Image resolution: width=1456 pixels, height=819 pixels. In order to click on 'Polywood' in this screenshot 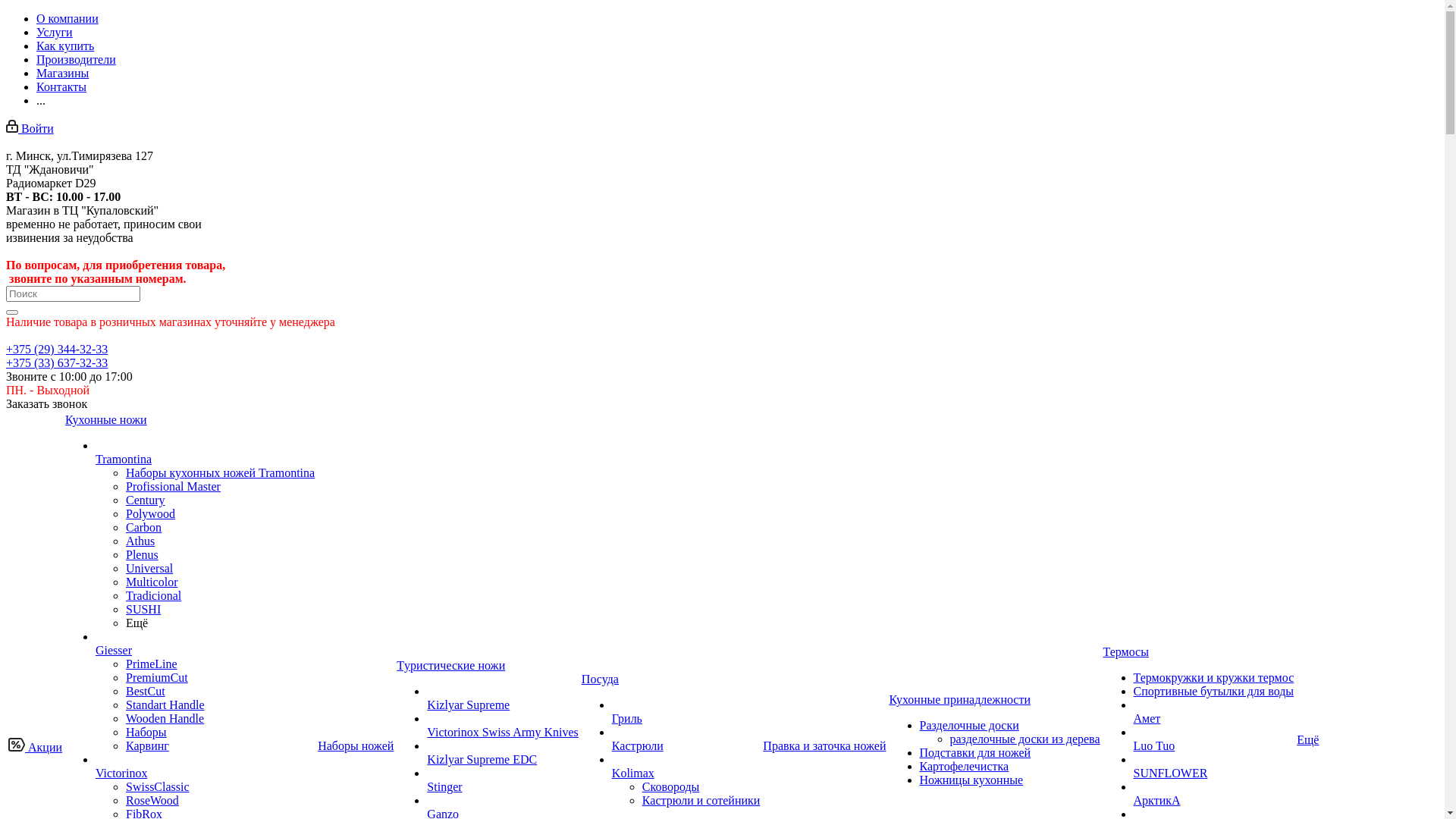, I will do `click(126, 513)`.